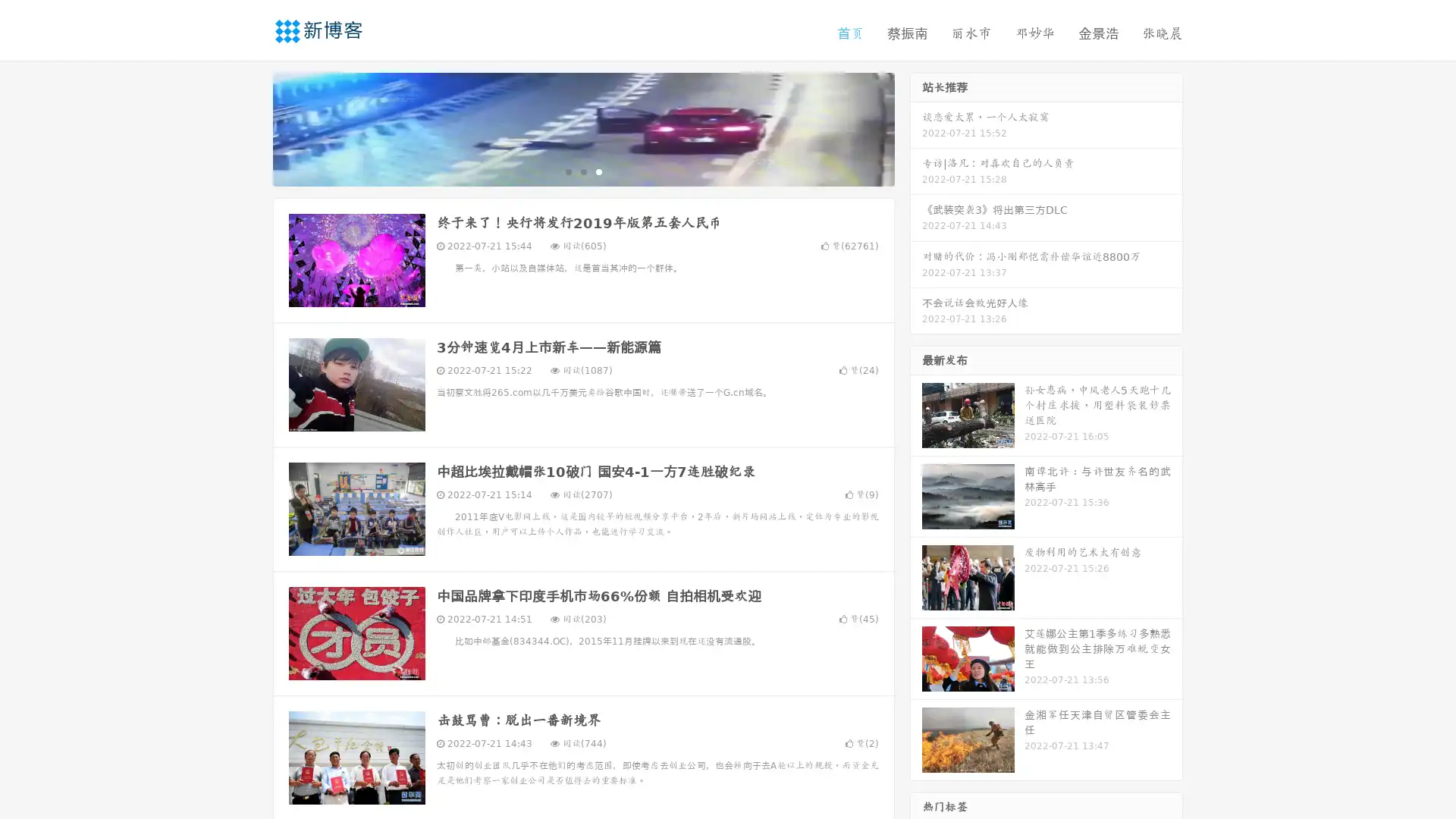 The width and height of the screenshot is (1456, 819). I want to click on Go to slide 3, so click(598, 171).